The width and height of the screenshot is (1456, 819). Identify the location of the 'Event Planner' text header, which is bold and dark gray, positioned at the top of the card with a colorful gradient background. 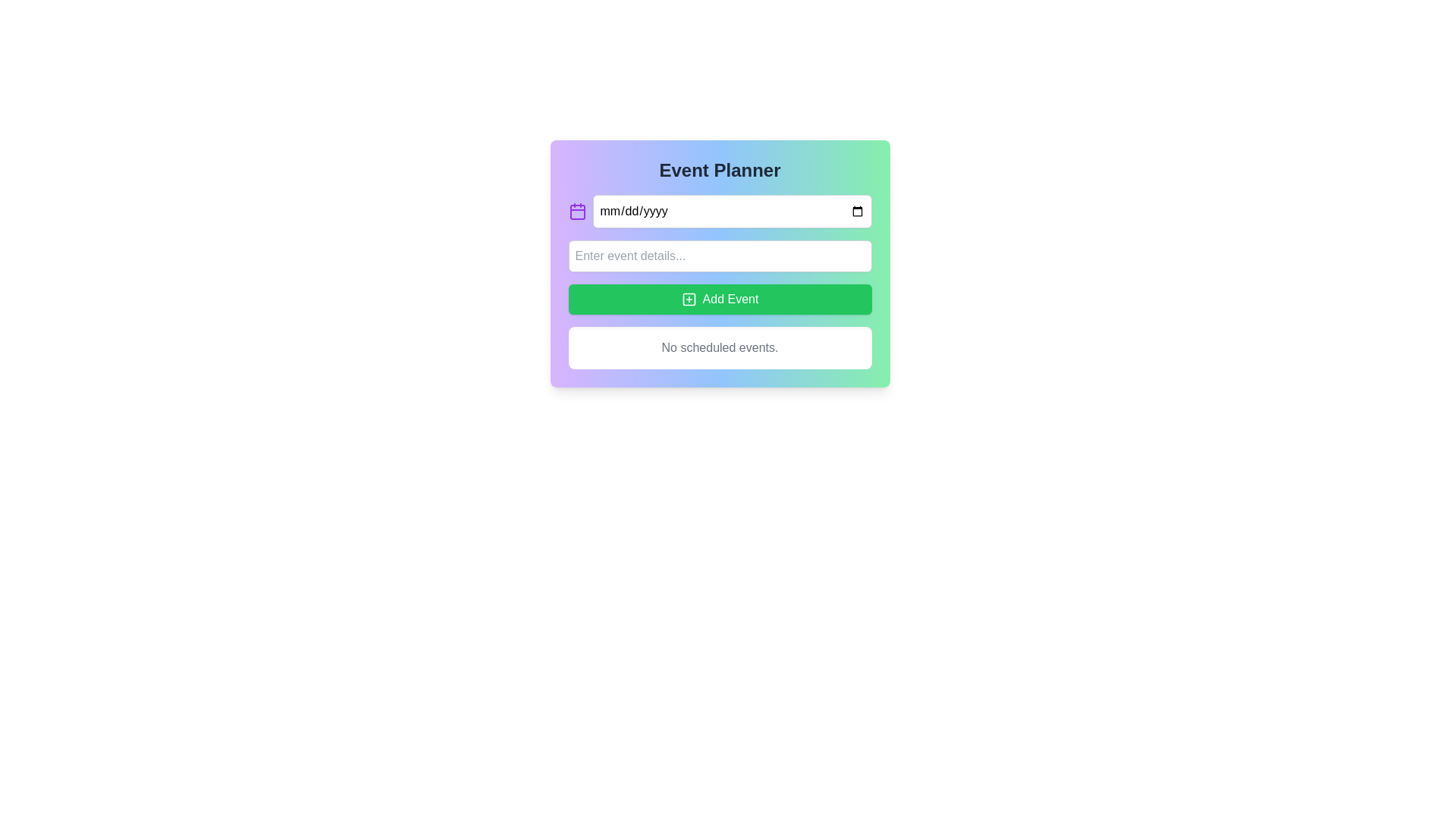
(719, 170).